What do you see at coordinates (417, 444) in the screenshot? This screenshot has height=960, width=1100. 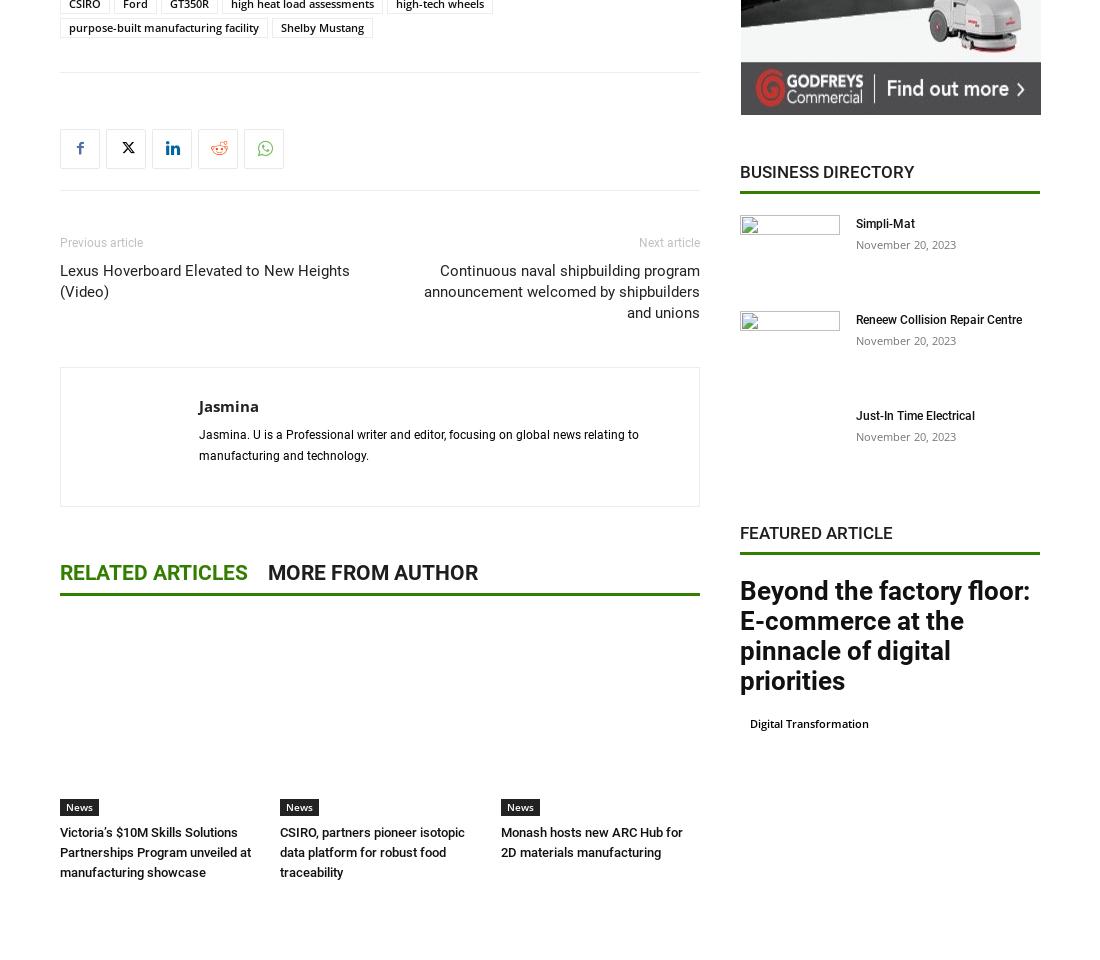 I see `'Jasmina. U is a Professional writer and editor, focusing on global news relating to manufacturing and technology.'` at bounding box center [417, 444].